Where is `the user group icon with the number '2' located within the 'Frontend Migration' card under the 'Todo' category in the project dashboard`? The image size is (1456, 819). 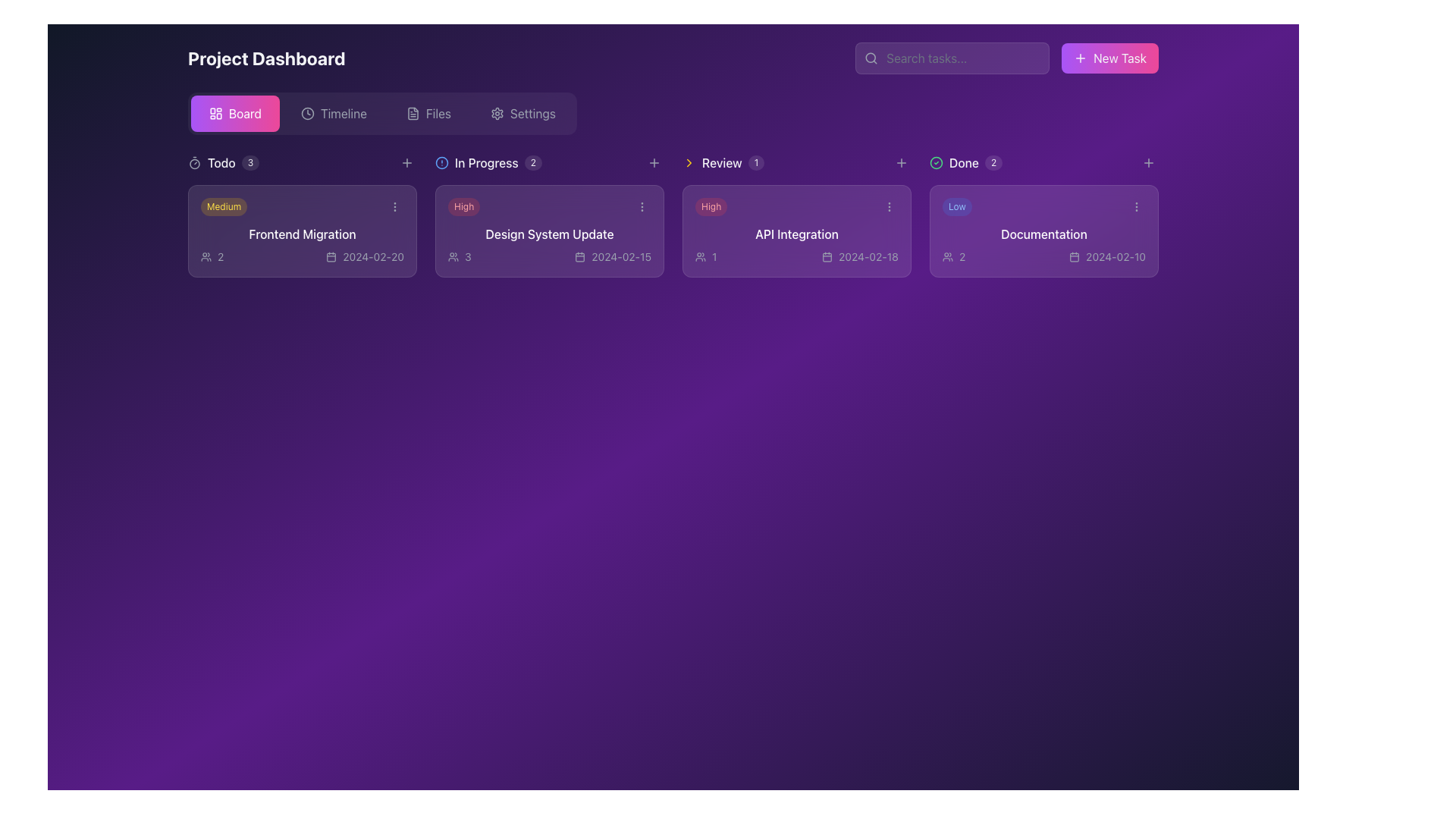
the user group icon with the number '2' located within the 'Frontend Migration' card under the 'Todo' category in the project dashboard is located at coordinates (212, 256).